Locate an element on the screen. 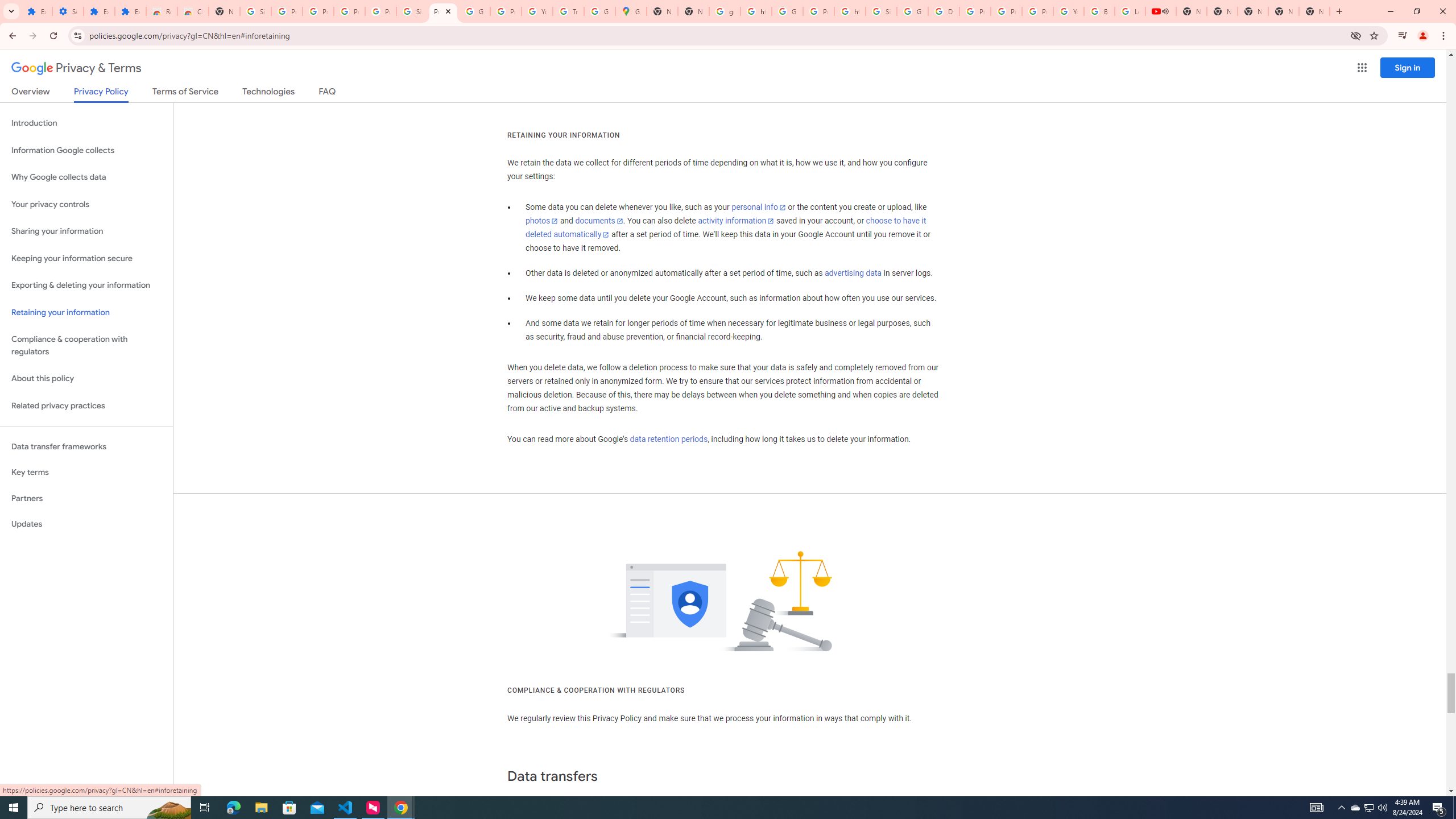 The height and width of the screenshot is (819, 1456). 'Privacy & Terms' is located at coordinates (76, 68).